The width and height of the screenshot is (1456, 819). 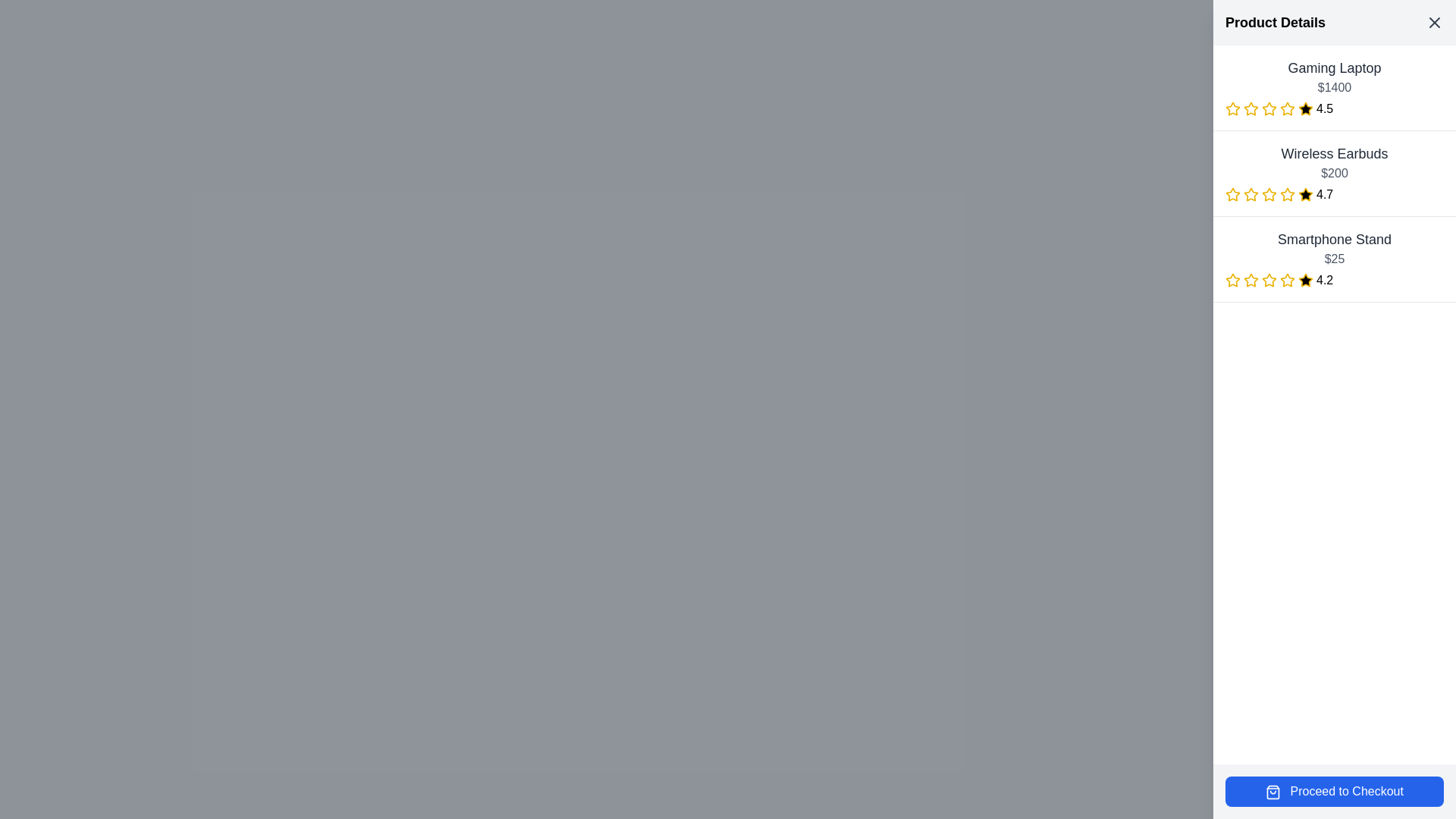 What do you see at coordinates (1273, 791) in the screenshot?
I see `the shopping bag icon styled with rounded corners, which is positioned on the left side of the 'Proceed to Checkout' button in the UI` at bounding box center [1273, 791].